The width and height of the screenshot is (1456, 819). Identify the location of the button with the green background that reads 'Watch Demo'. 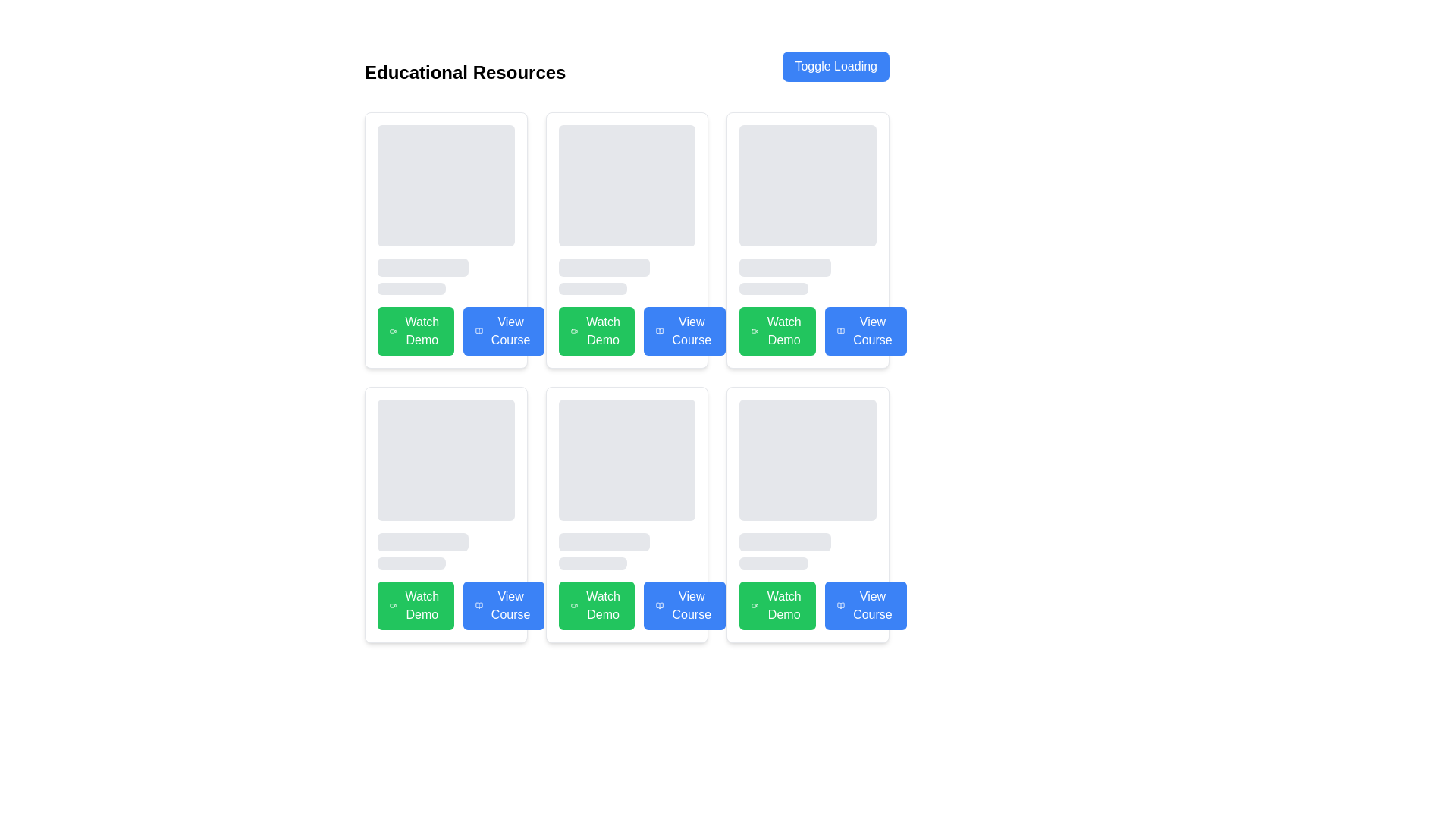
(416, 330).